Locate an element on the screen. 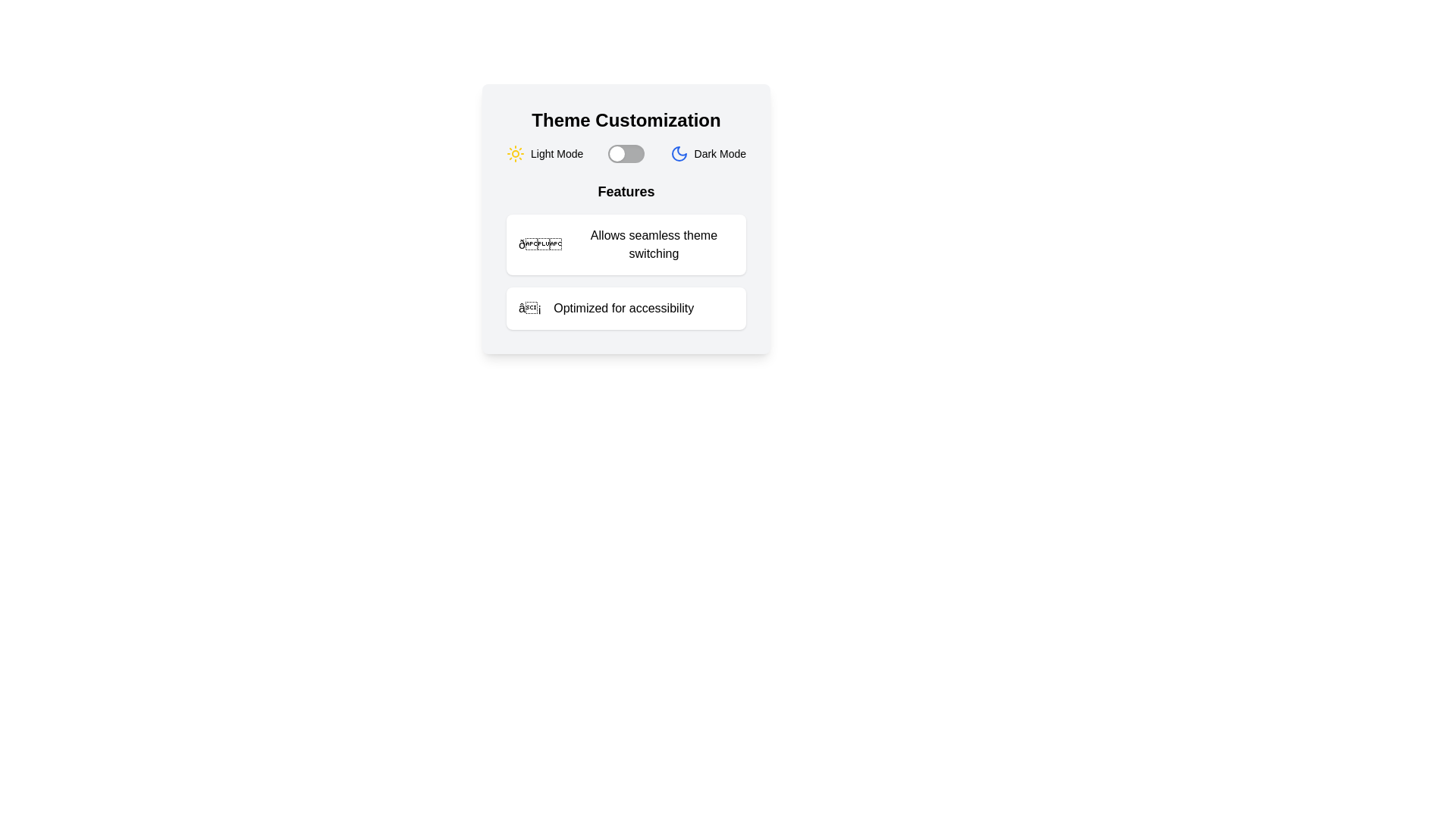 The width and height of the screenshot is (1456, 819). the blue crescent moon icon is located at coordinates (678, 154).